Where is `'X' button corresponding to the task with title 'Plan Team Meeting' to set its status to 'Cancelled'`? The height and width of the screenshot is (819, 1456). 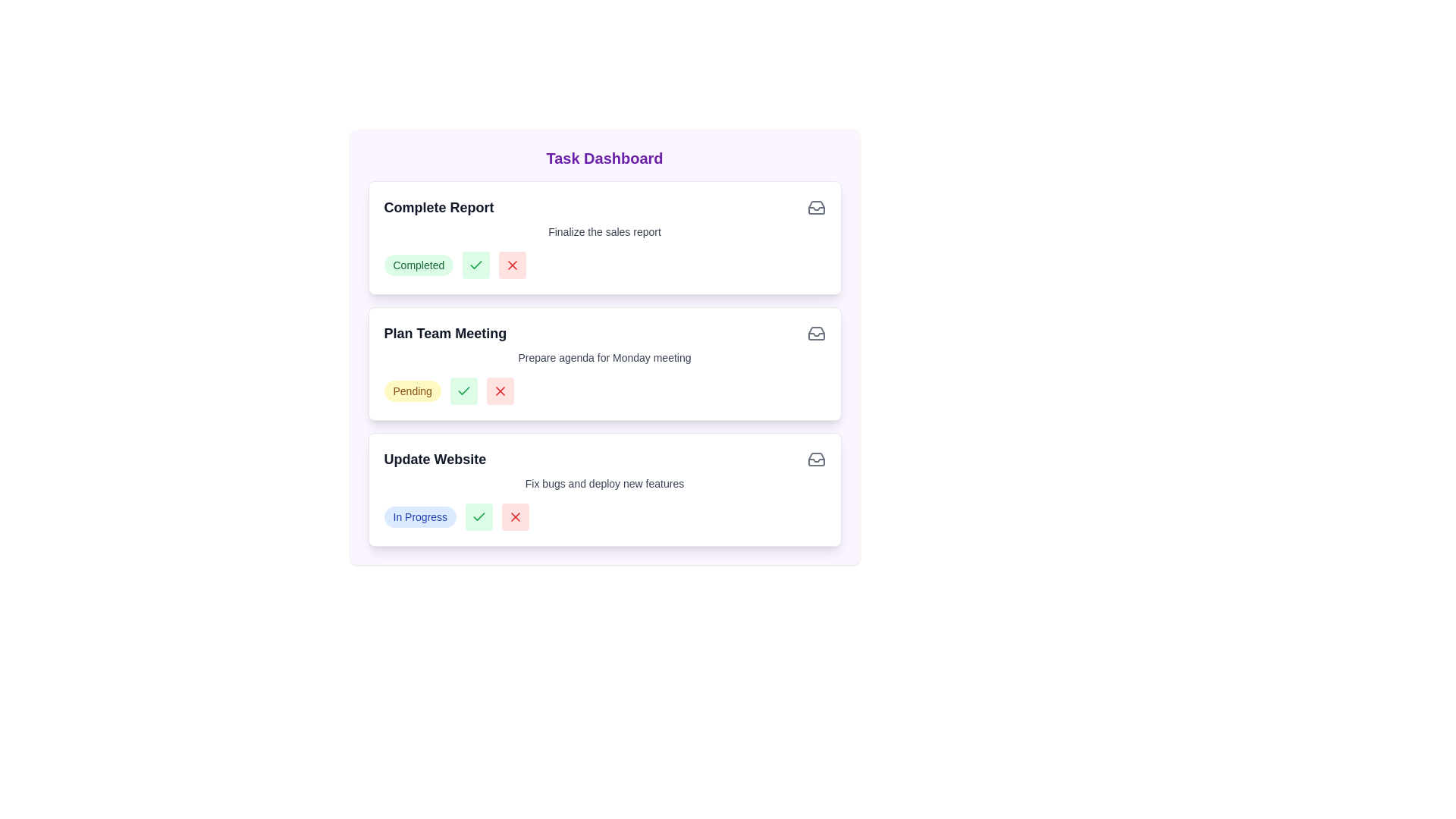 'X' button corresponding to the task with title 'Plan Team Meeting' to set its status to 'Cancelled' is located at coordinates (500, 391).